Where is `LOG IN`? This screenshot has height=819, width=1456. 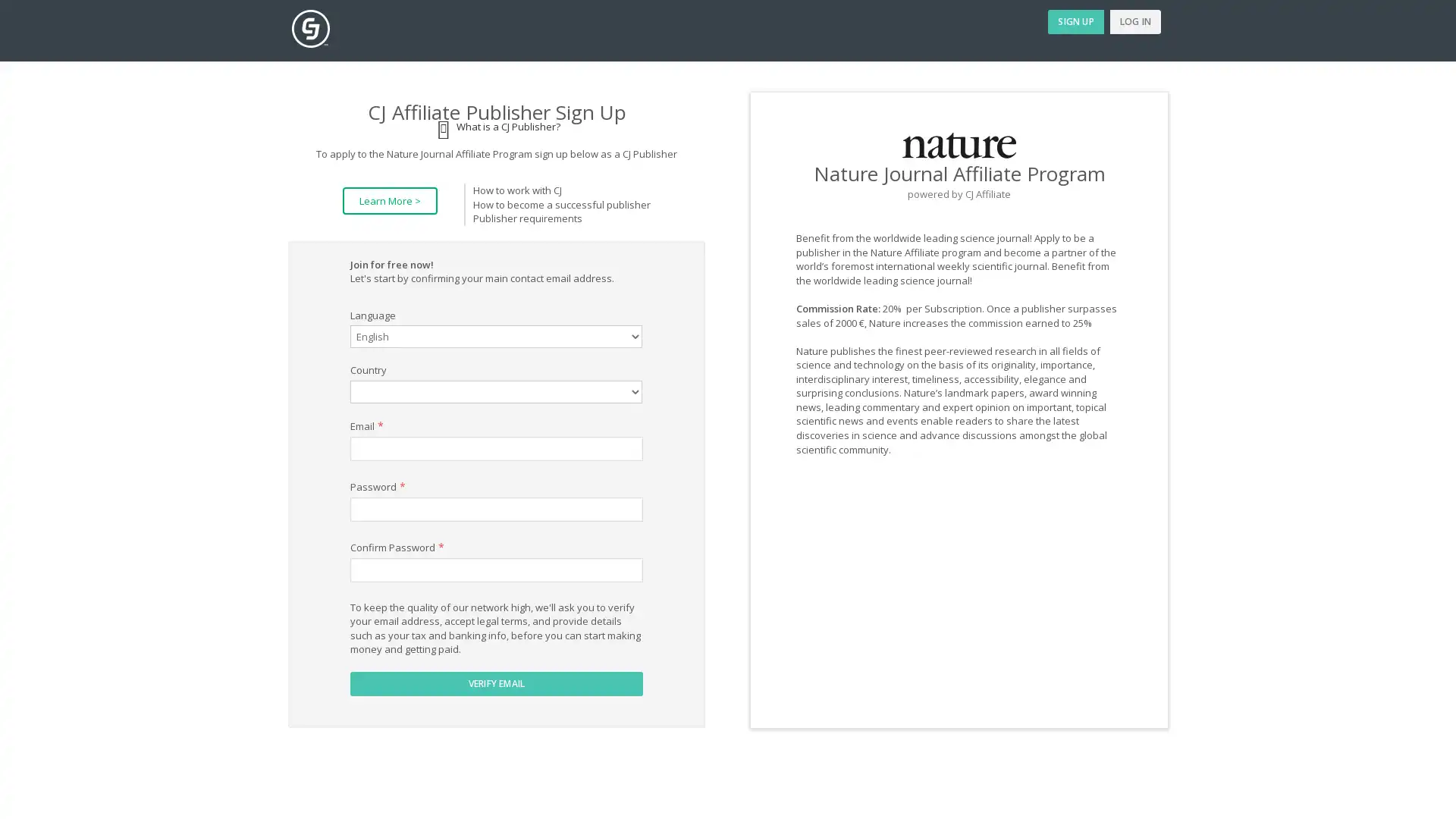 LOG IN is located at coordinates (1135, 22).